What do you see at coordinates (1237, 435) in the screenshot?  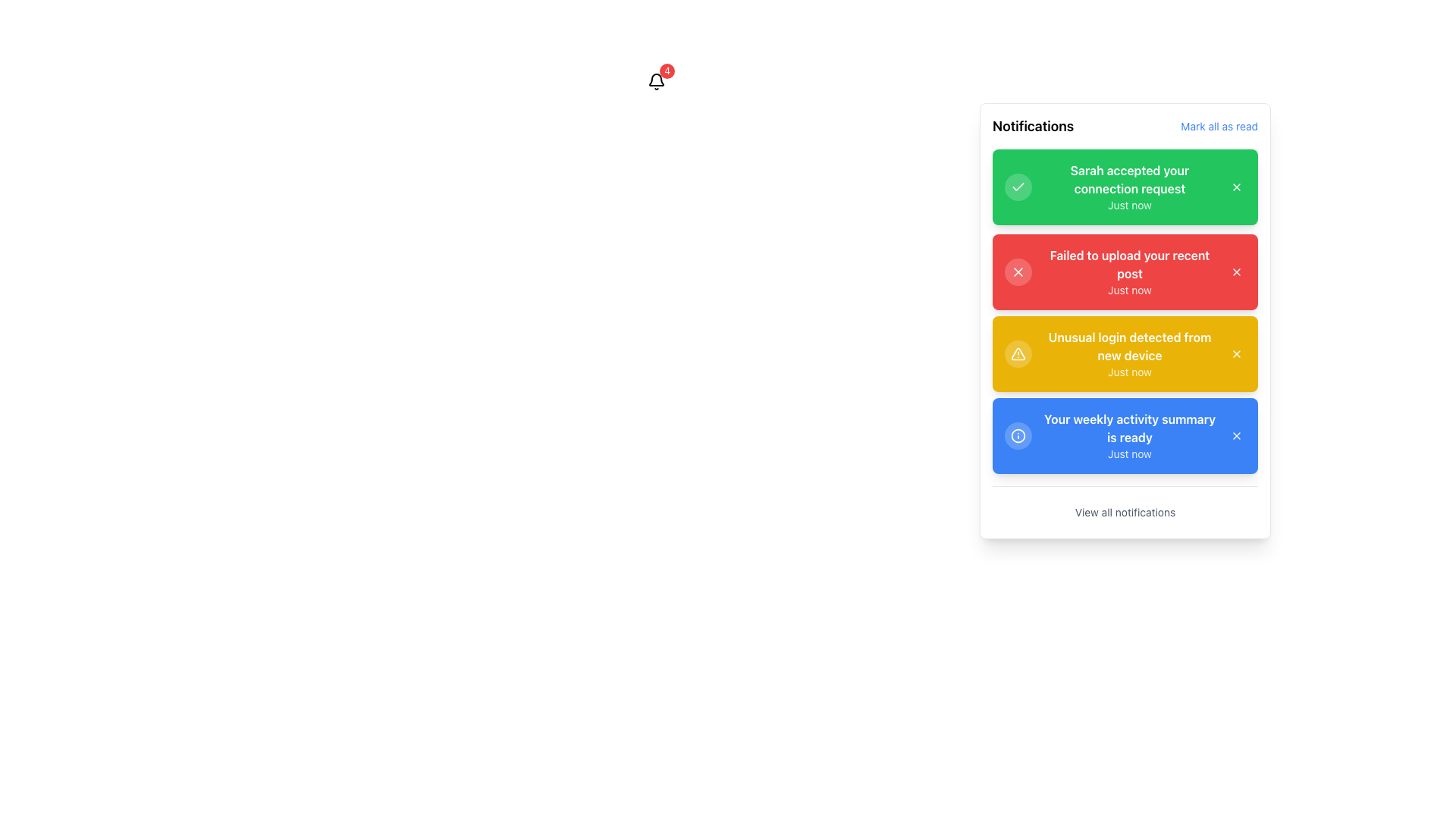 I see `the 'X' icon located at the right edge of the 'Your weekly activity summary is ready' notification card` at bounding box center [1237, 435].